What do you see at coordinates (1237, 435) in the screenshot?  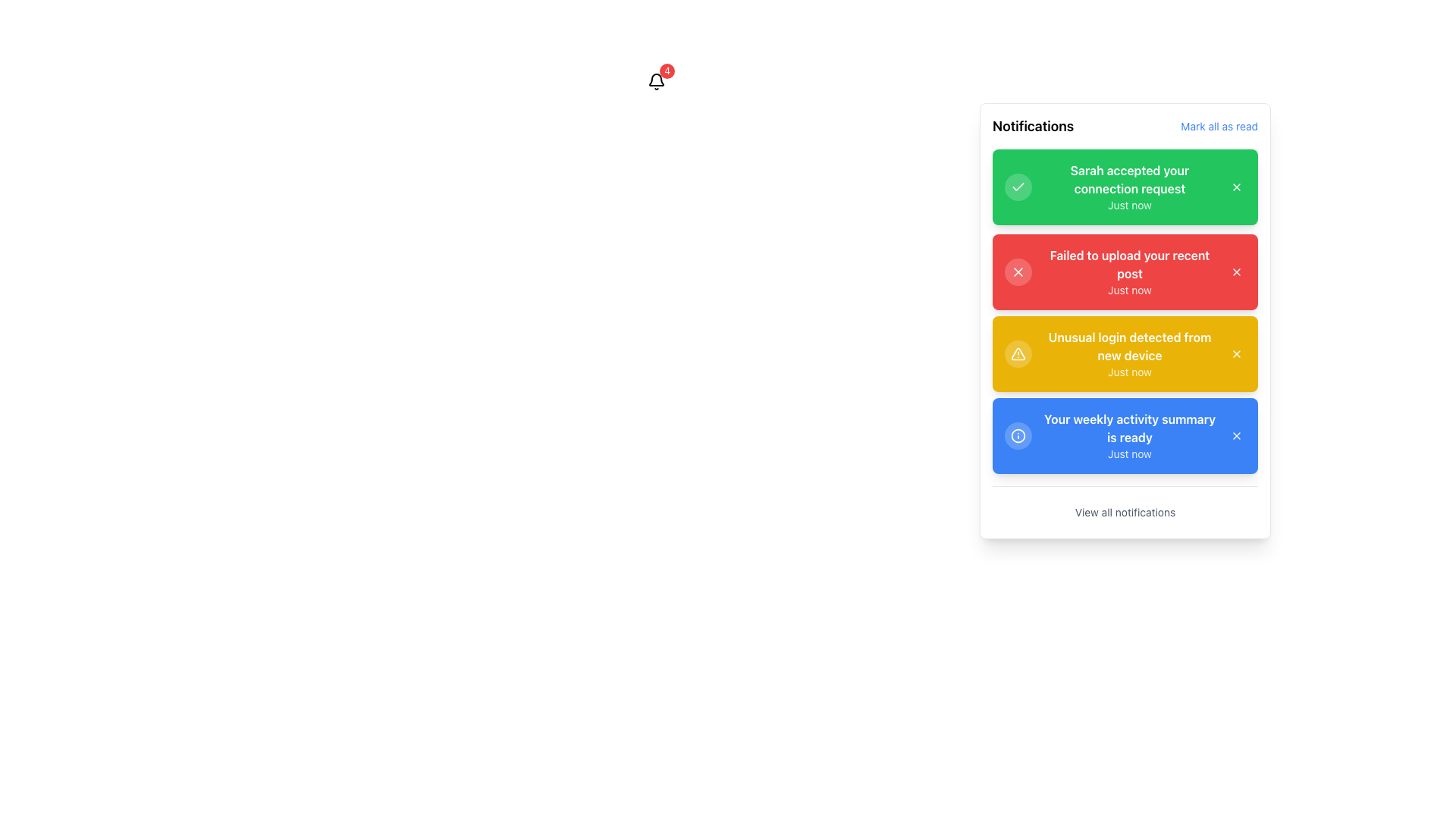 I see `the 'X' icon located at the right edge of the 'Your weekly activity summary is ready' notification card` at bounding box center [1237, 435].